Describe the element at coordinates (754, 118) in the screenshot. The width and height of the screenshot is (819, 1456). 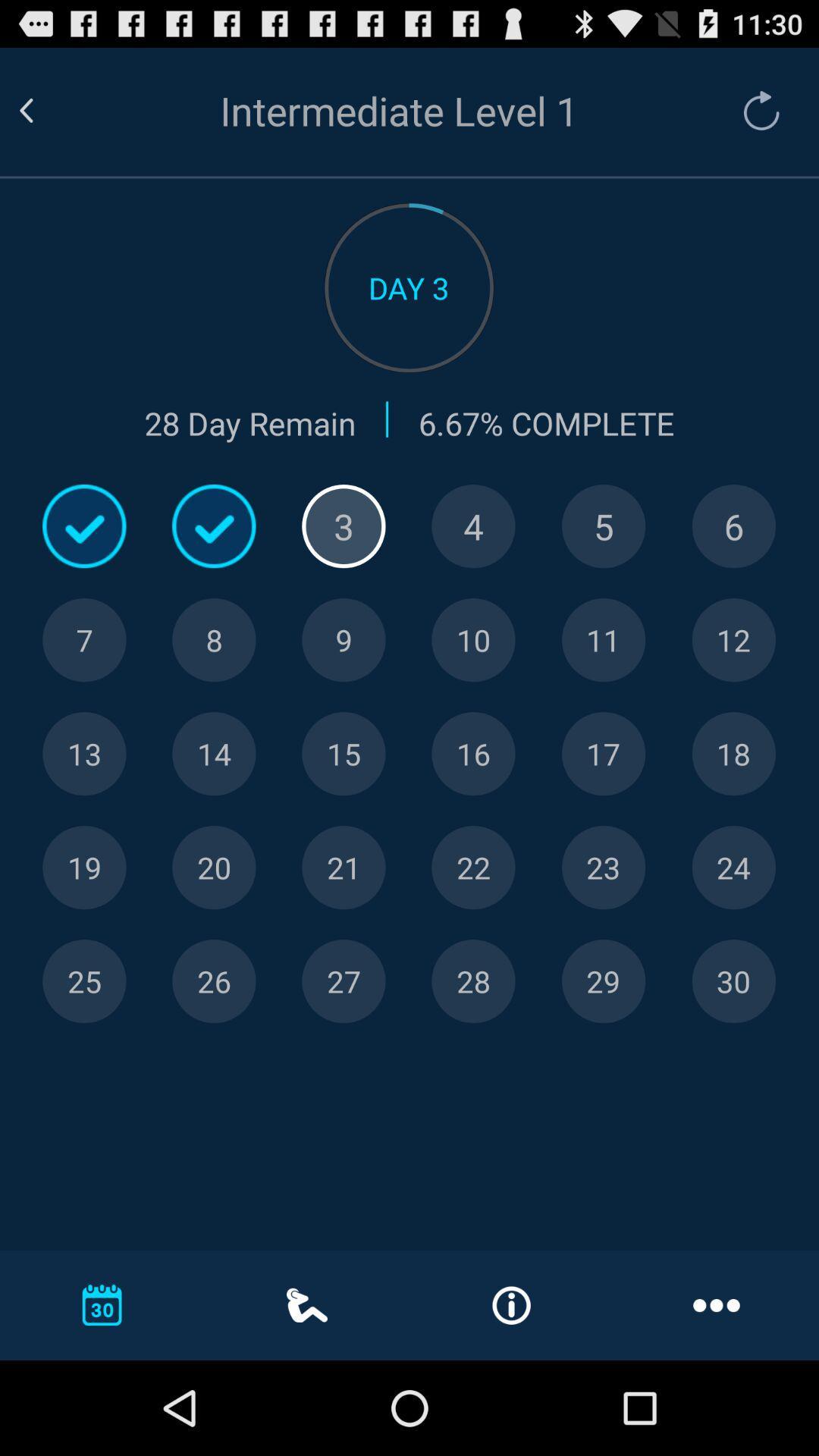
I see `the refresh icon` at that location.